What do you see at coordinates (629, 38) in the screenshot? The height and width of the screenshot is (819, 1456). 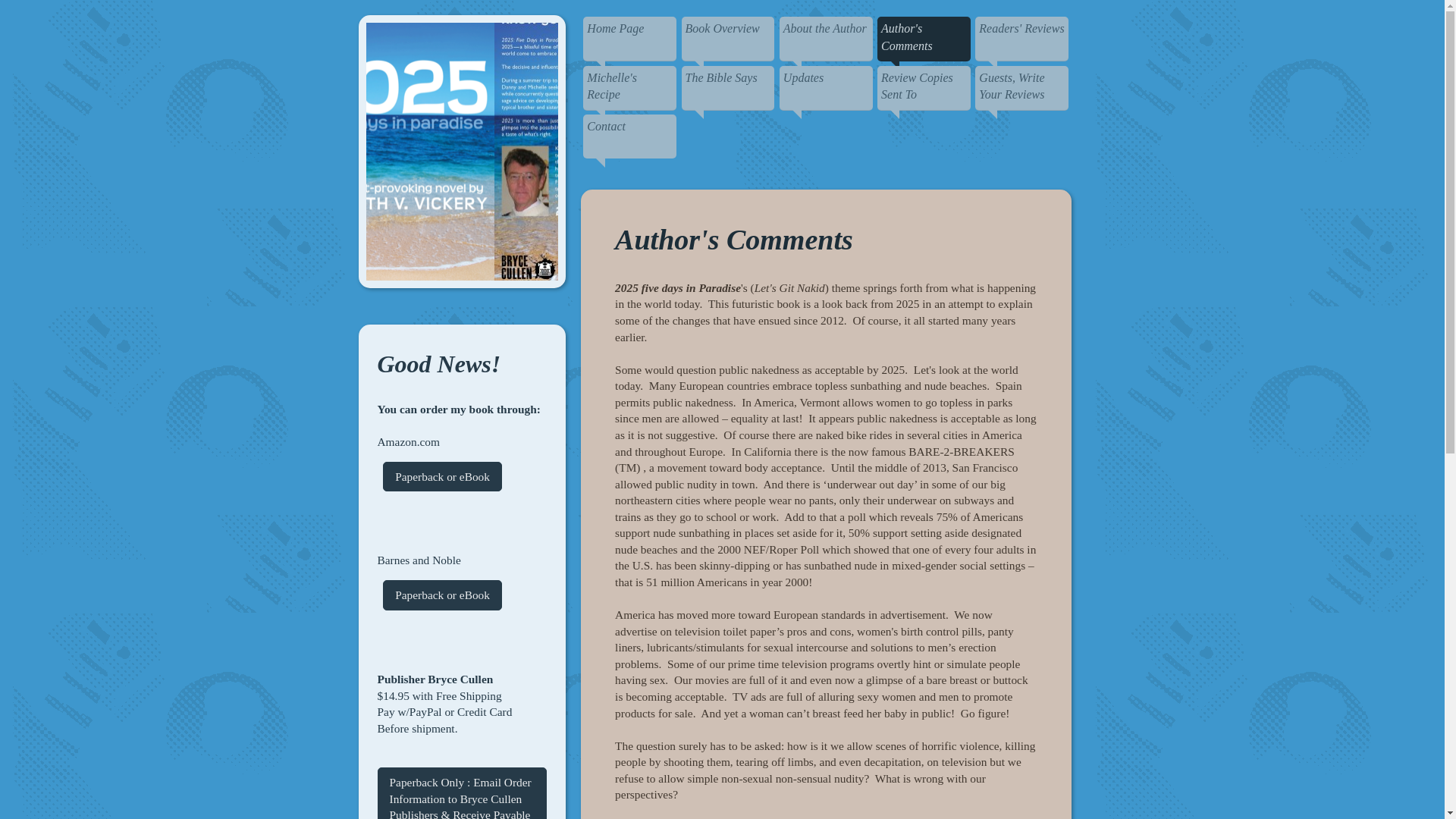 I see `'Home Page'` at bounding box center [629, 38].